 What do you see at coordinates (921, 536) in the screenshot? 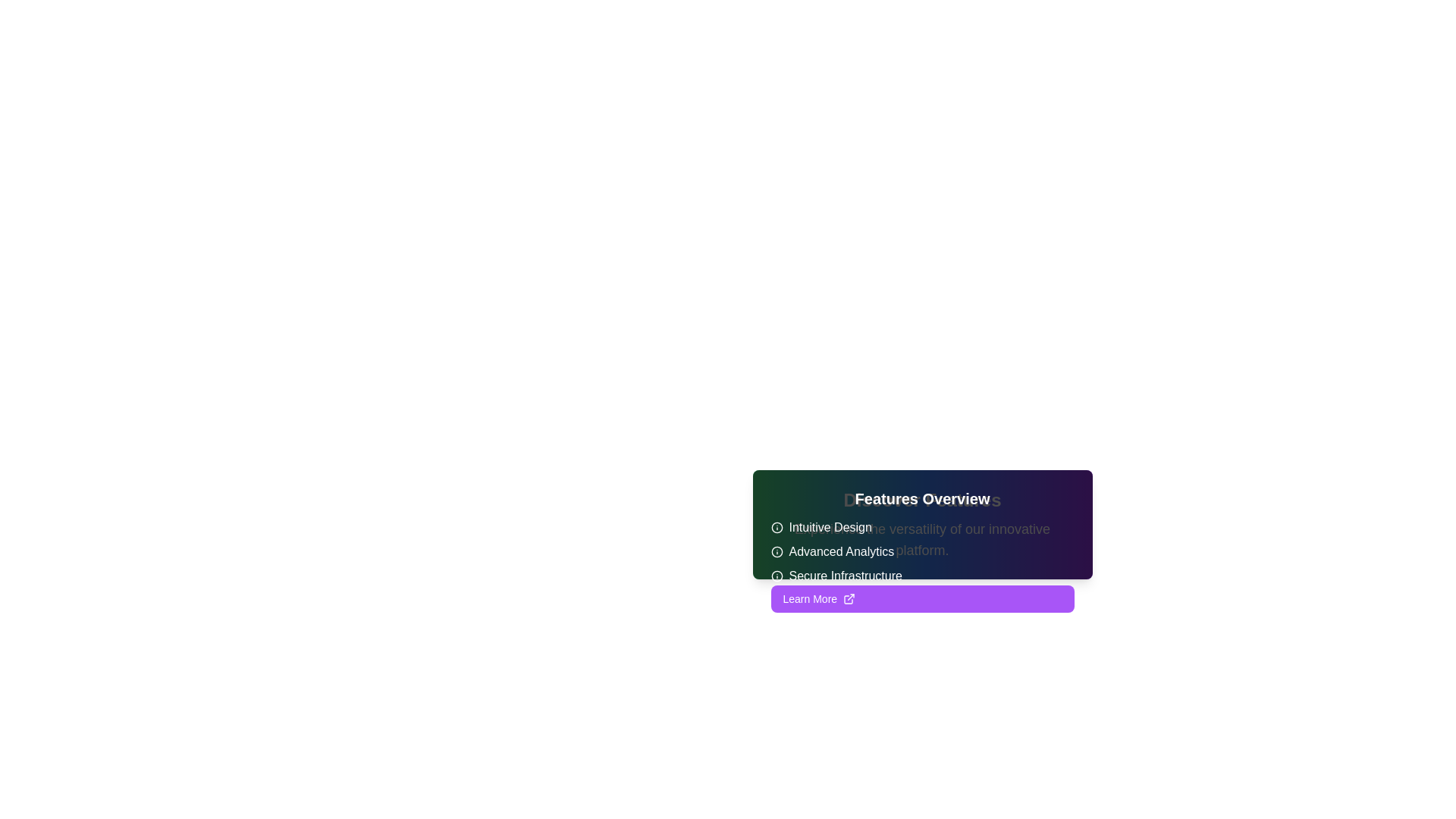
I see `any of the linked features in the 'Features Overview' section, which includes 'Intuitive Design', 'Advanced Analytics', and 'Secure Infrastructure' with descriptive icons` at bounding box center [921, 536].